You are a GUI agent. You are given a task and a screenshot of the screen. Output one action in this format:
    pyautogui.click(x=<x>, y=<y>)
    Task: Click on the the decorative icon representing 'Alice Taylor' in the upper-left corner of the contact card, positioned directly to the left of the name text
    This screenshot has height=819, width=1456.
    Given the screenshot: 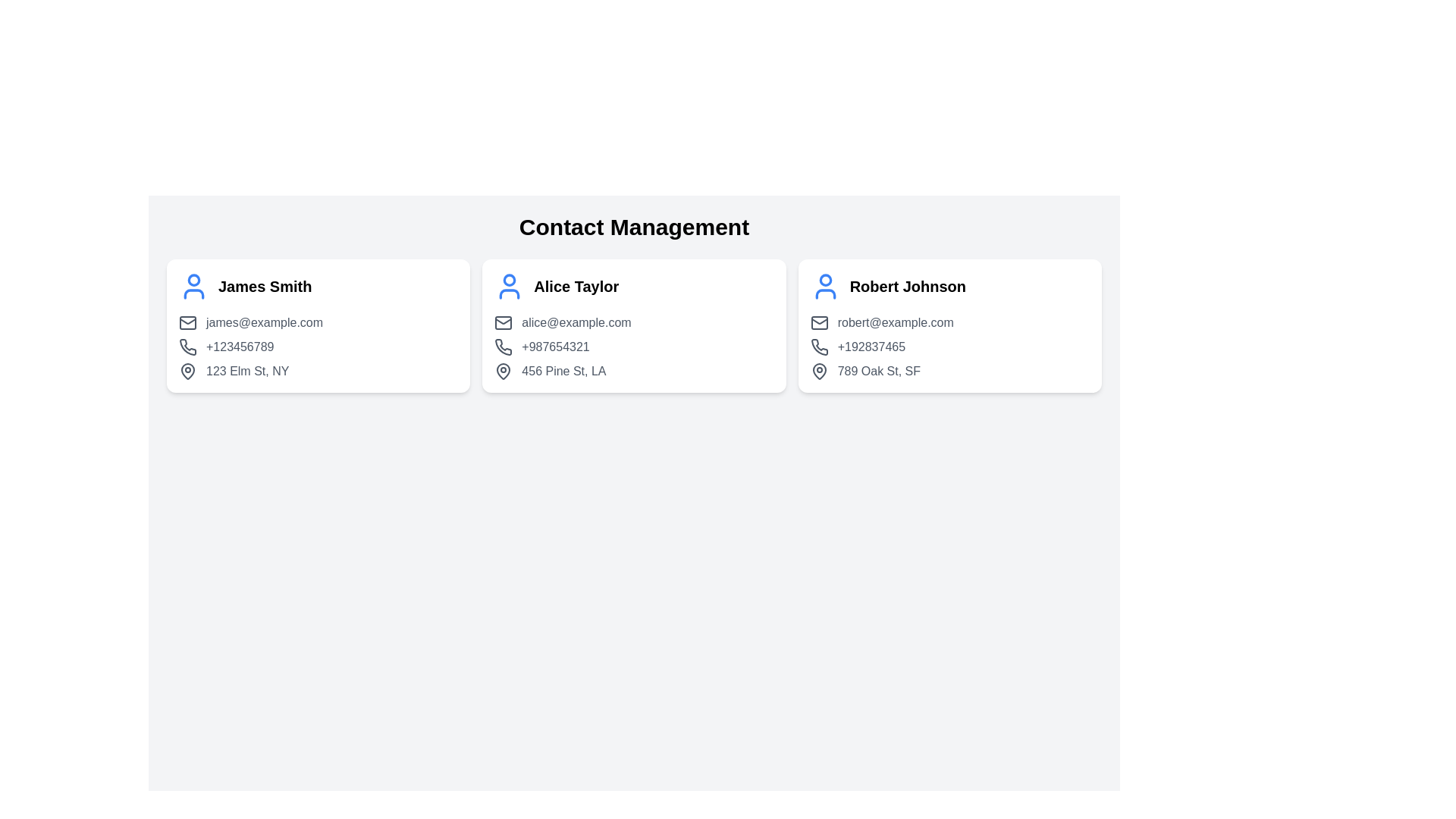 What is the action you would take?
    pyautogui.click(x=510, y=287)
    